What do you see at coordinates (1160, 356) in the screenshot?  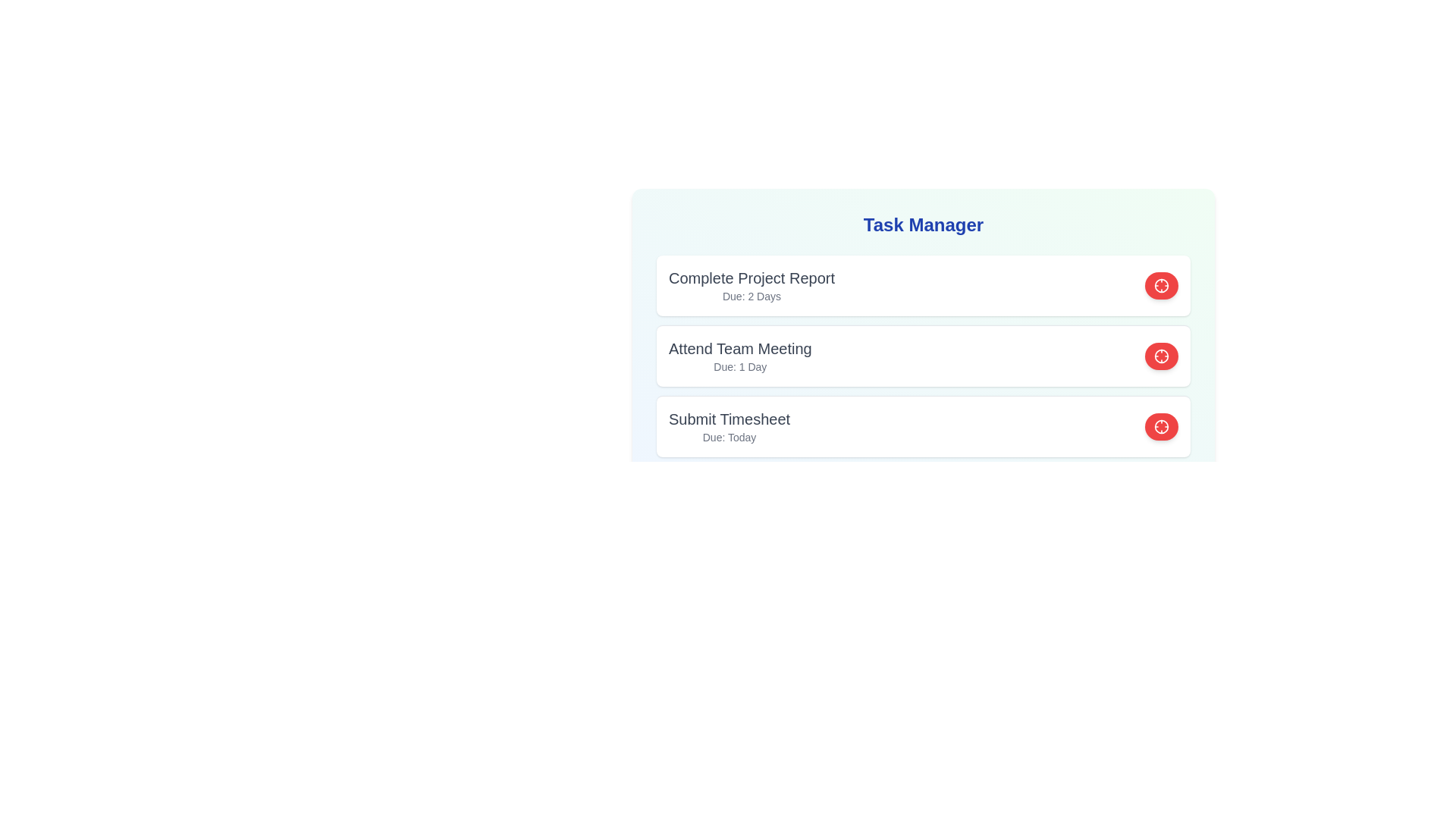 I see `the circular SVG graphic element representing a crosshair within the red button on the right side of the 'Submit Timesheet' task entry` at bounding box center [1160, 356].